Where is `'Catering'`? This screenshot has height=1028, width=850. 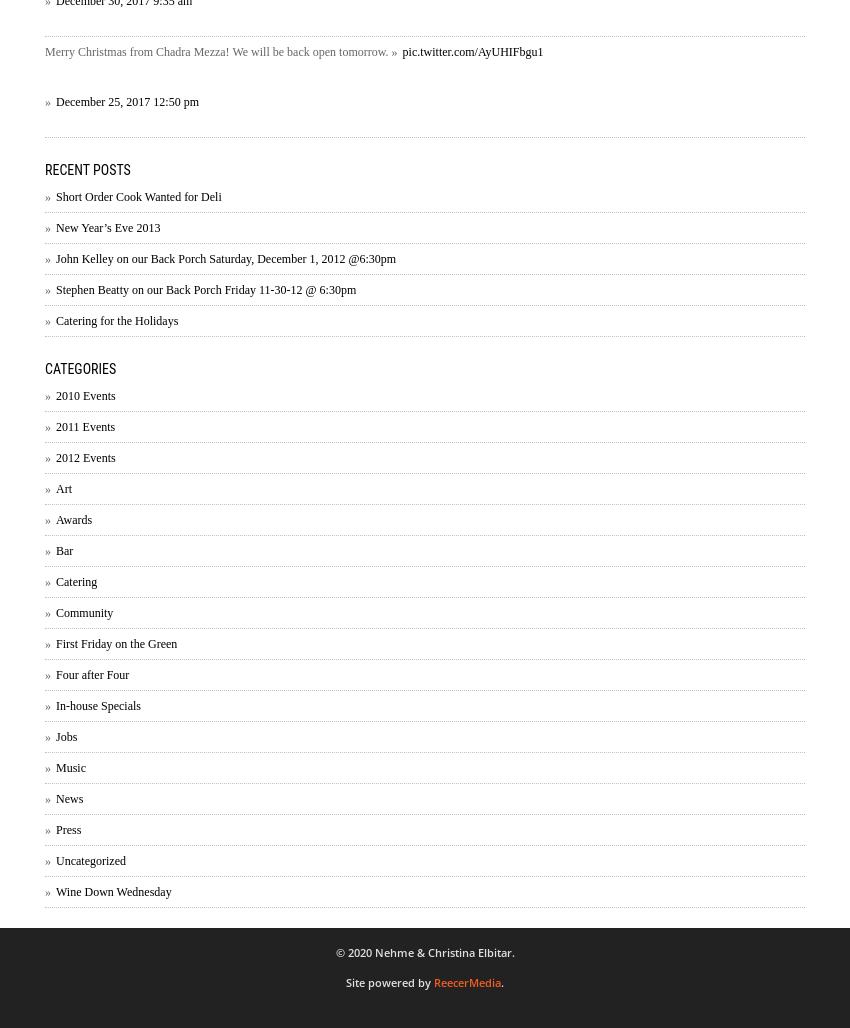 'Catering' is located at coordinates (76, 580).